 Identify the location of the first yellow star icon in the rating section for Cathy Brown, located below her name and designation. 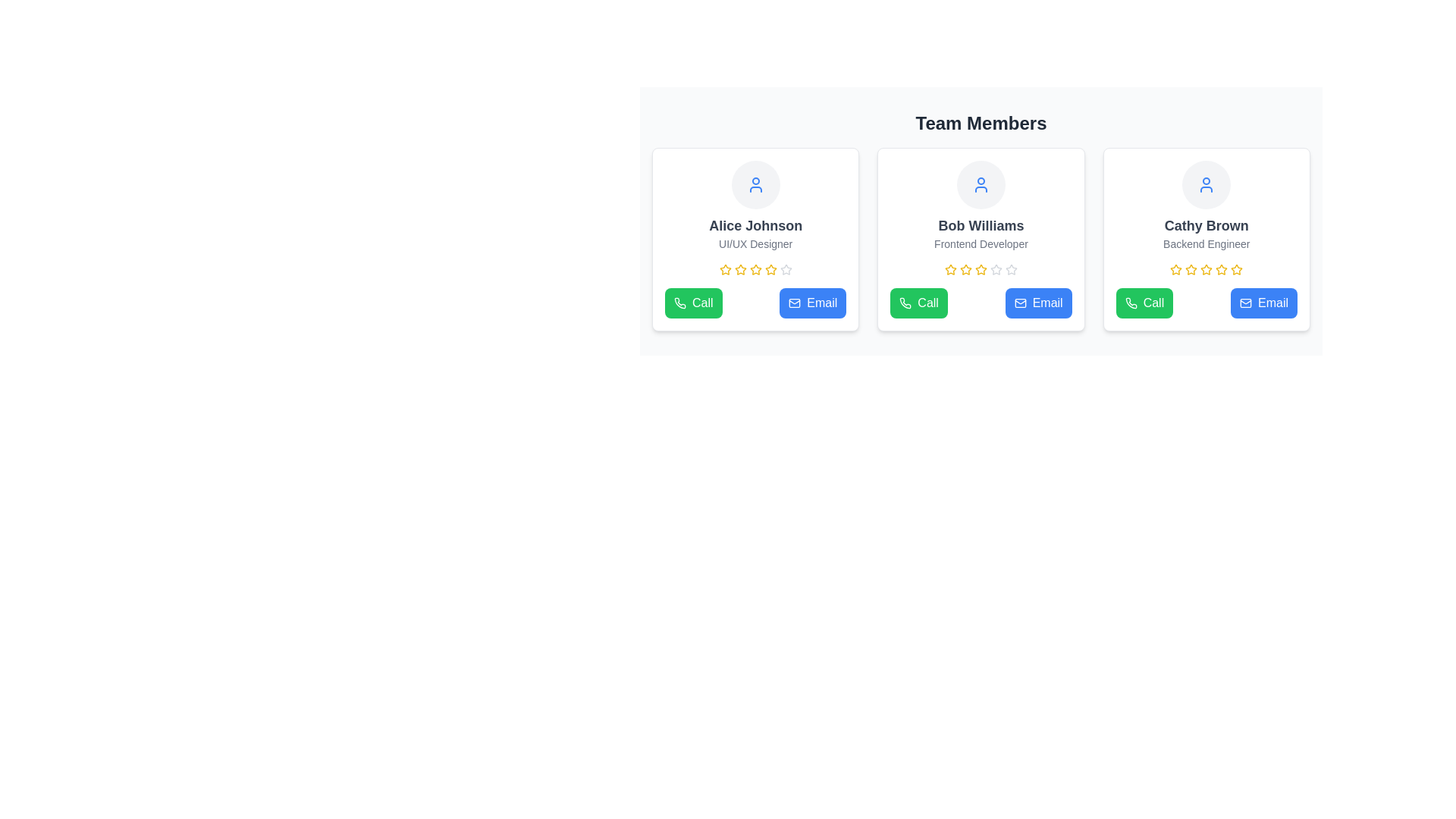
(1175, 268).